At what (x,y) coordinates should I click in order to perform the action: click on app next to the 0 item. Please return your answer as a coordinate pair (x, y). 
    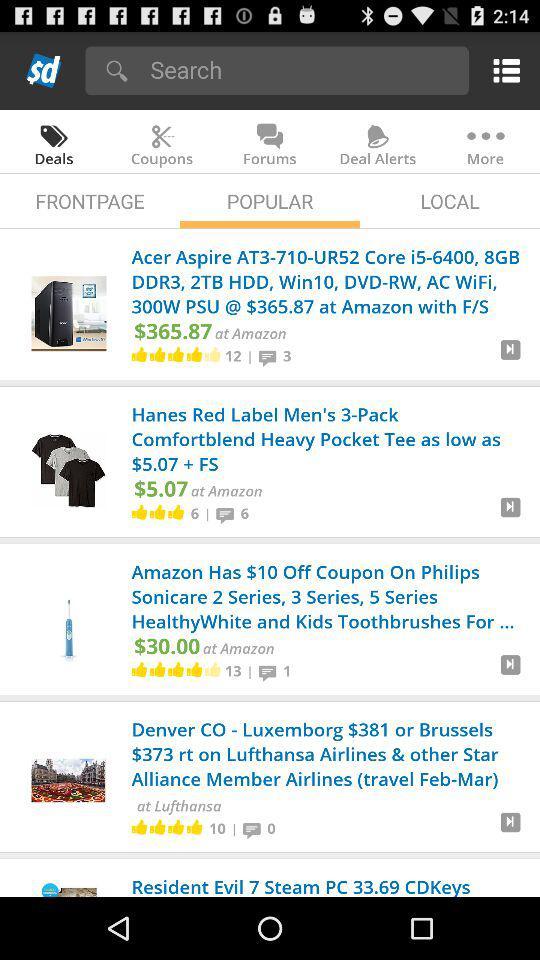
    Looking at the image, I should click on (255, 828).